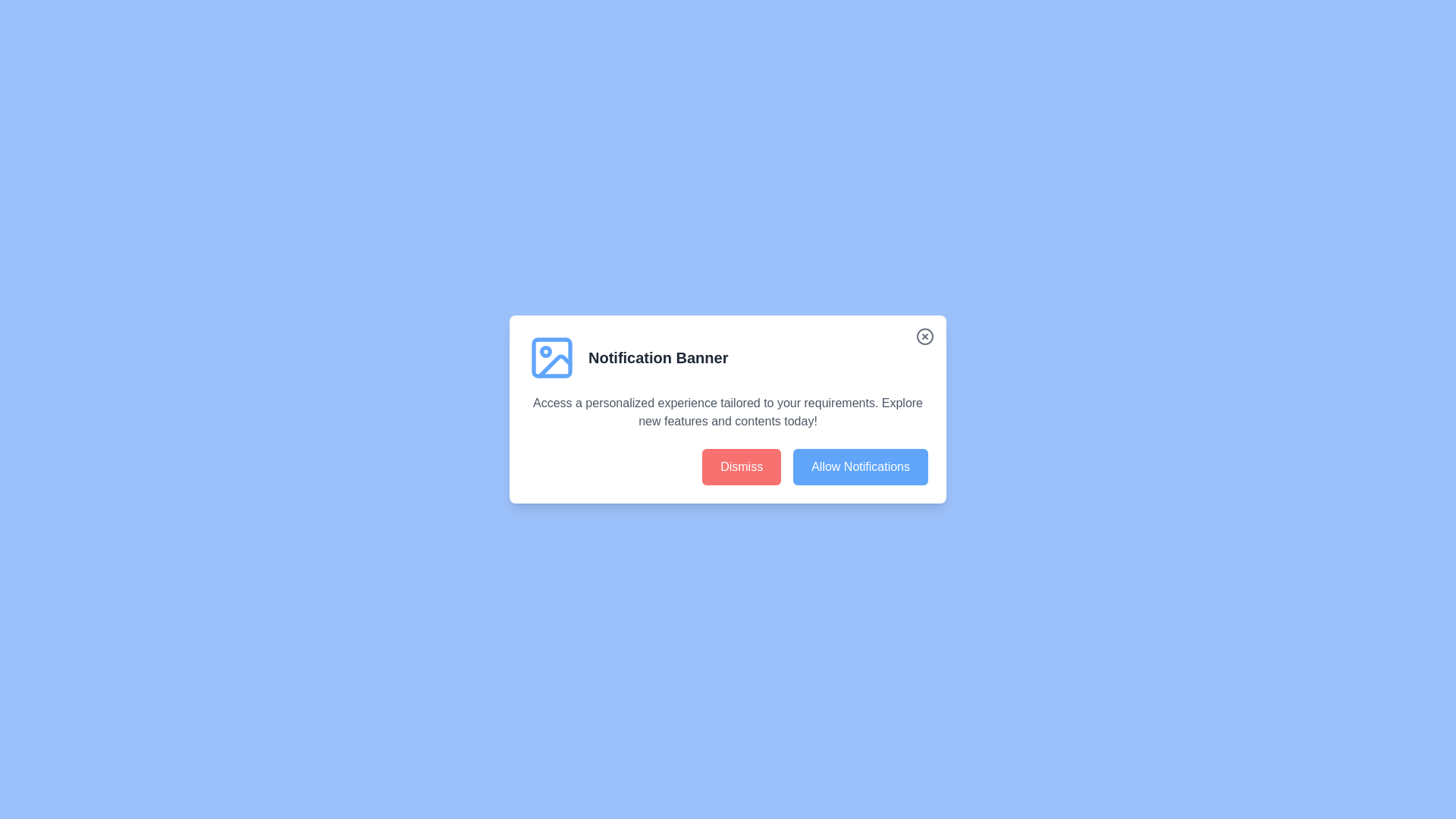 The width and height of the screenshot is (1456, 819). Describe the element at coordinates (551, 357) in the screenshot. I see `the icon at the top-left of the banner to interact with the banner's image` at that location.